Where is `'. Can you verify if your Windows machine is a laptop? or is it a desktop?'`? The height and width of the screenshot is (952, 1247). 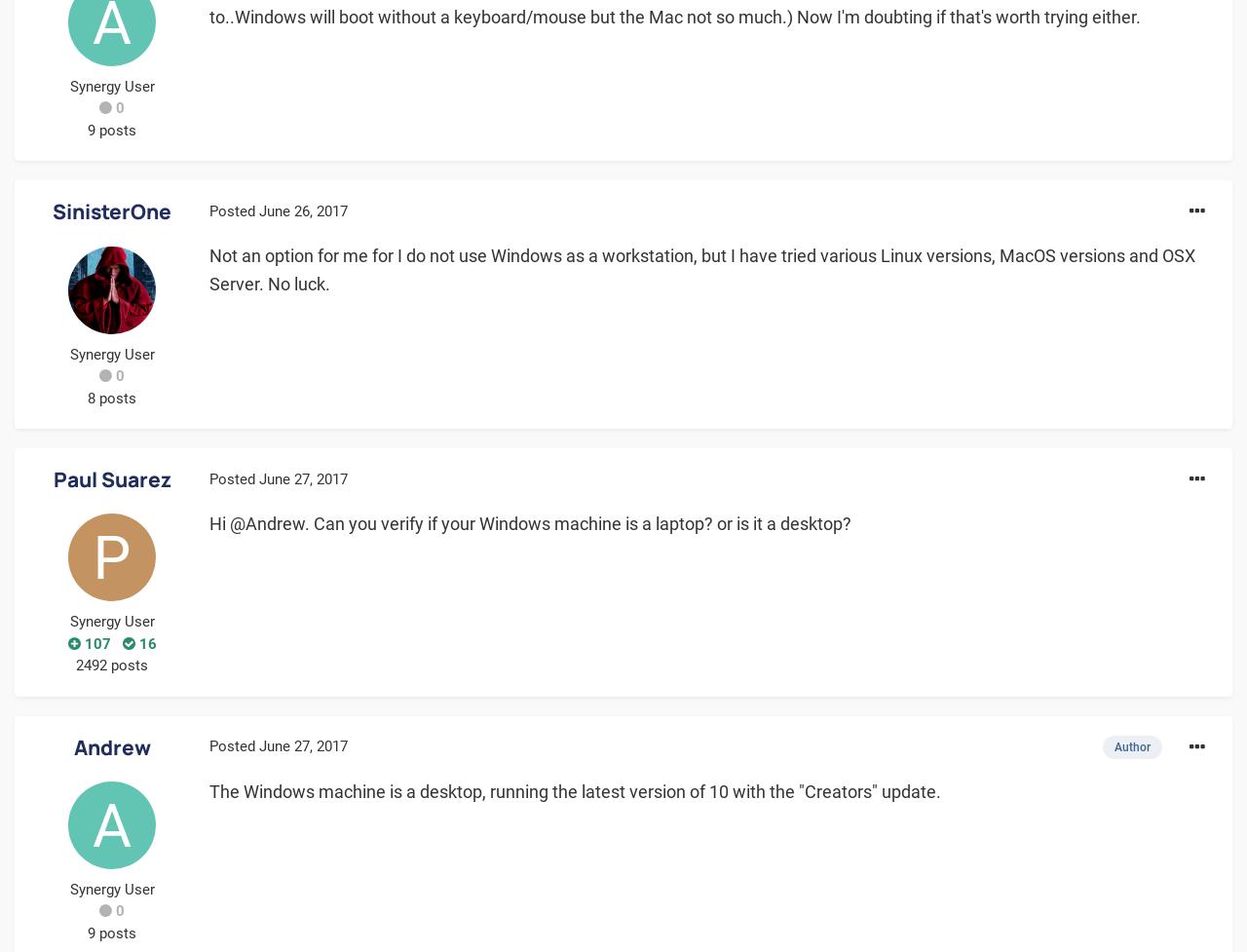
'. Can you verify if your Windows machine is a laptop? or is it a desktop?' is located at coordinates (577, 522).